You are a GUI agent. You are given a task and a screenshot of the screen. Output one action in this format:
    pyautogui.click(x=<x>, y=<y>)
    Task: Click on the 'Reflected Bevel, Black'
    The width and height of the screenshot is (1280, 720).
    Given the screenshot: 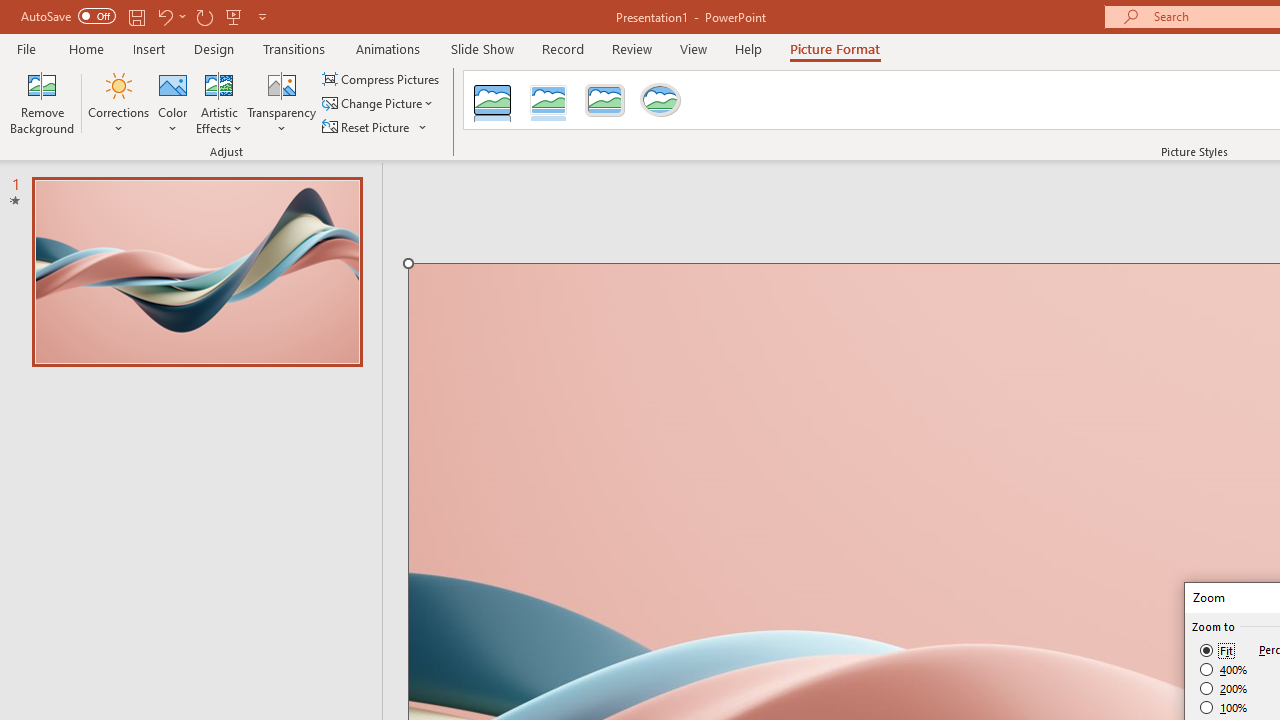 What is the action you would take?
    pyautogui.click(x=492, y=100)
    